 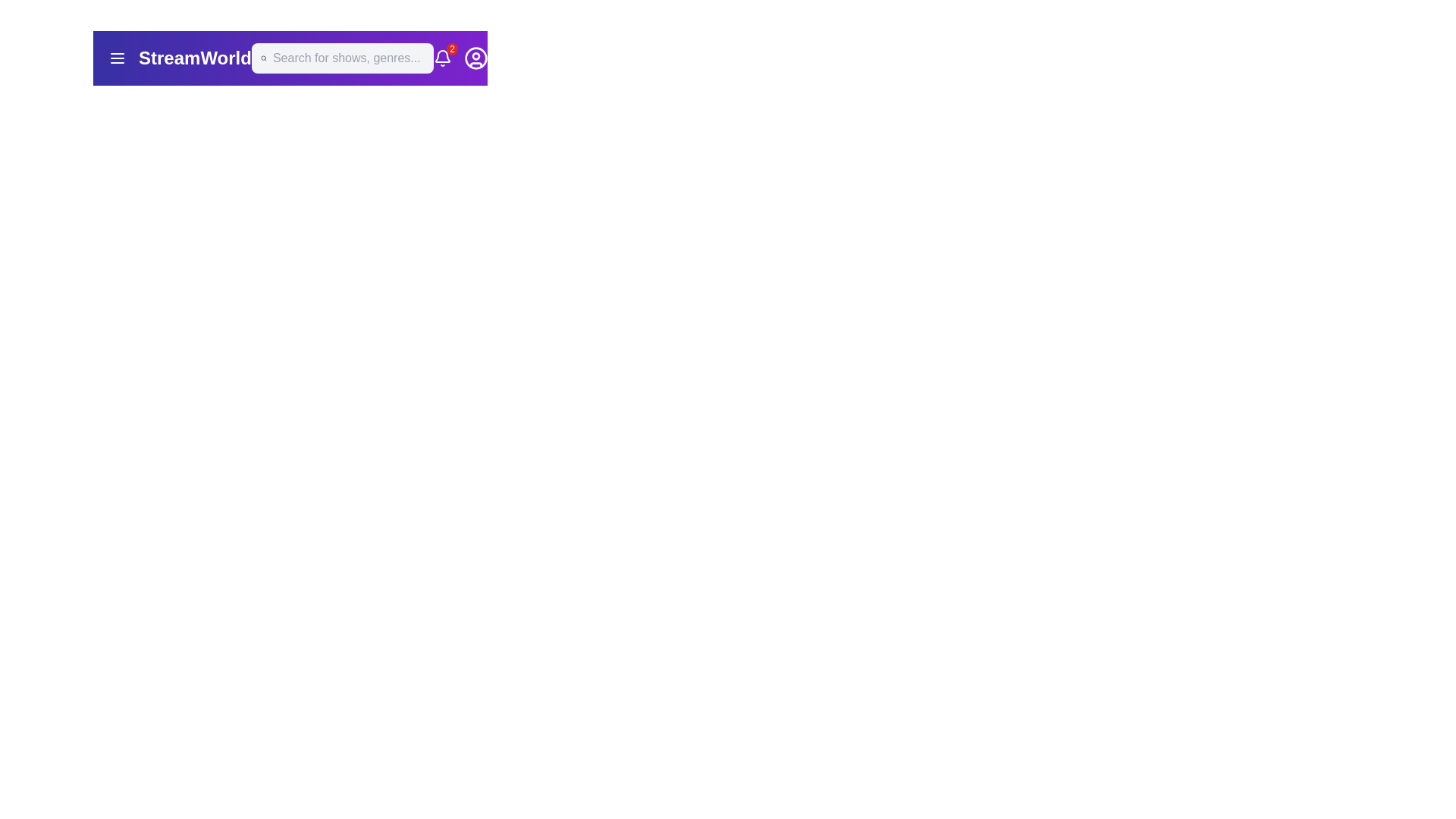 What do you see at coordinates (460, 58) in the screenshot?
I see `the notification badge icon located in the top-right corner of the interface, to the left of the user profile icon` at bounding box center [460, 58].